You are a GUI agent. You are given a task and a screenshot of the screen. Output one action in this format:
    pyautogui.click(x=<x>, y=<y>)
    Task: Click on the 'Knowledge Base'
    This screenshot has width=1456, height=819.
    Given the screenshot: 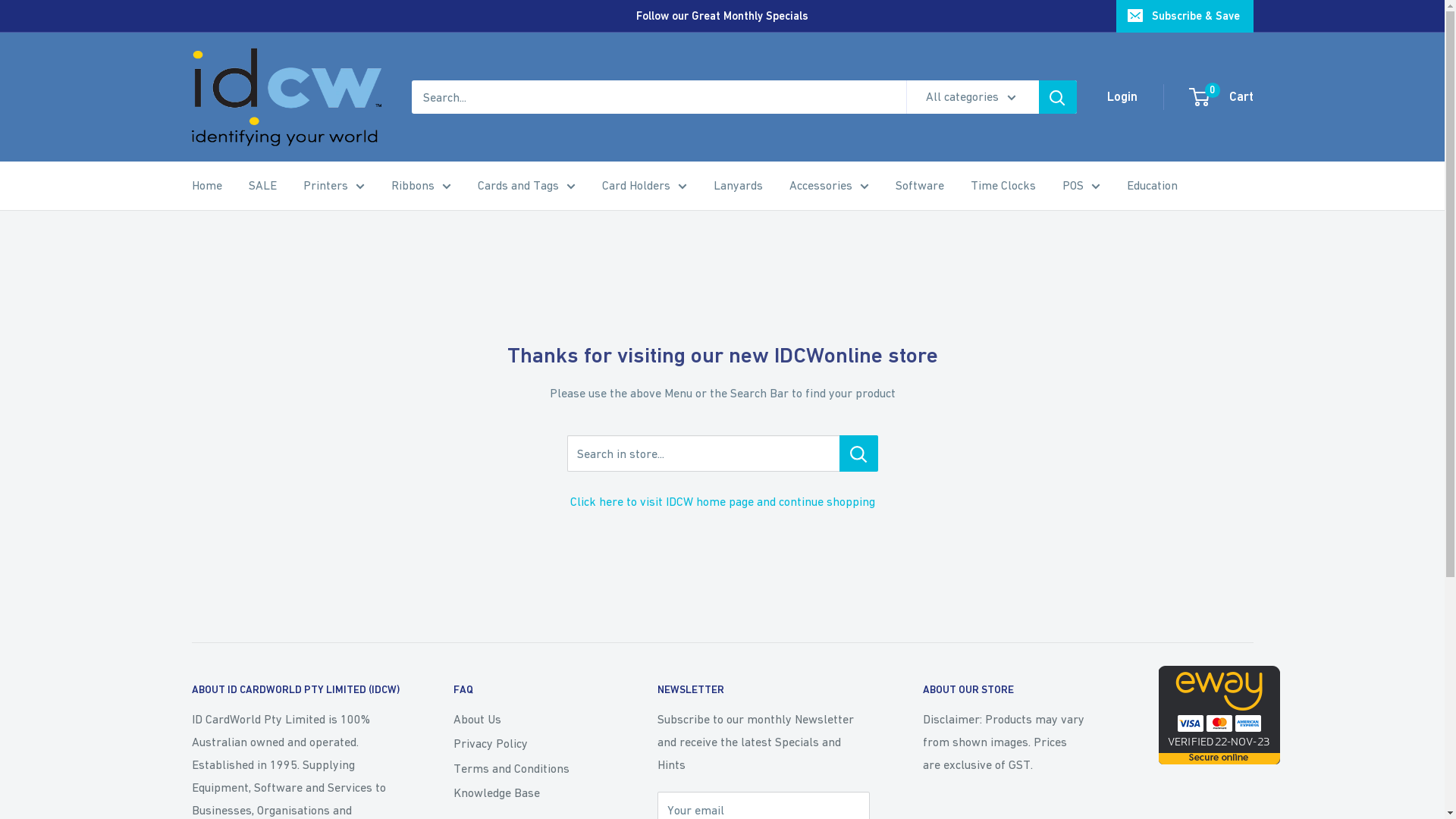 What is the action you would take?
    pyautogui.click(x=529, y=792)
    